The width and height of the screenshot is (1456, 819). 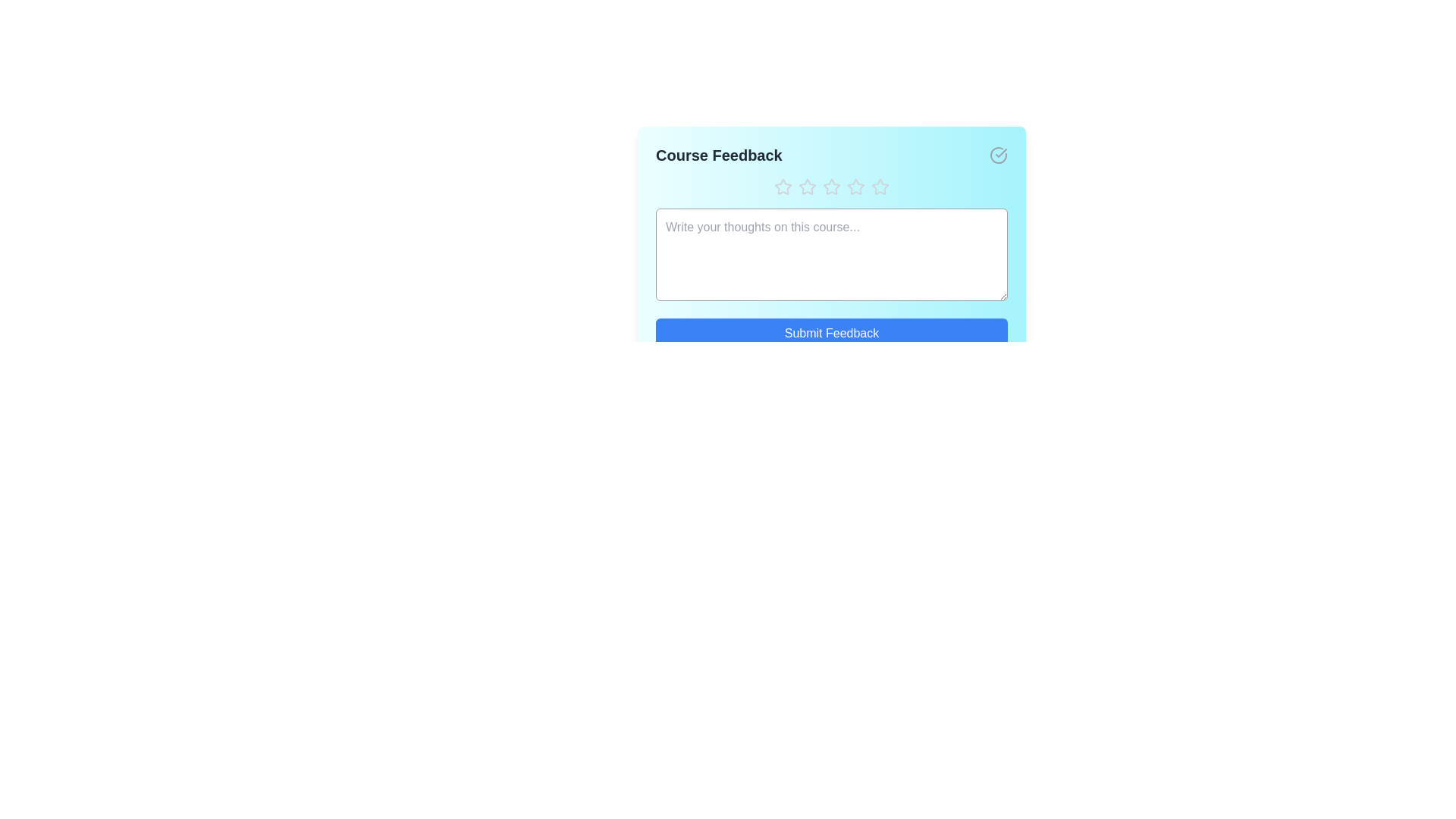 I want to click on the star corresponding to the desired rating 4, so click(x=855, y=186).